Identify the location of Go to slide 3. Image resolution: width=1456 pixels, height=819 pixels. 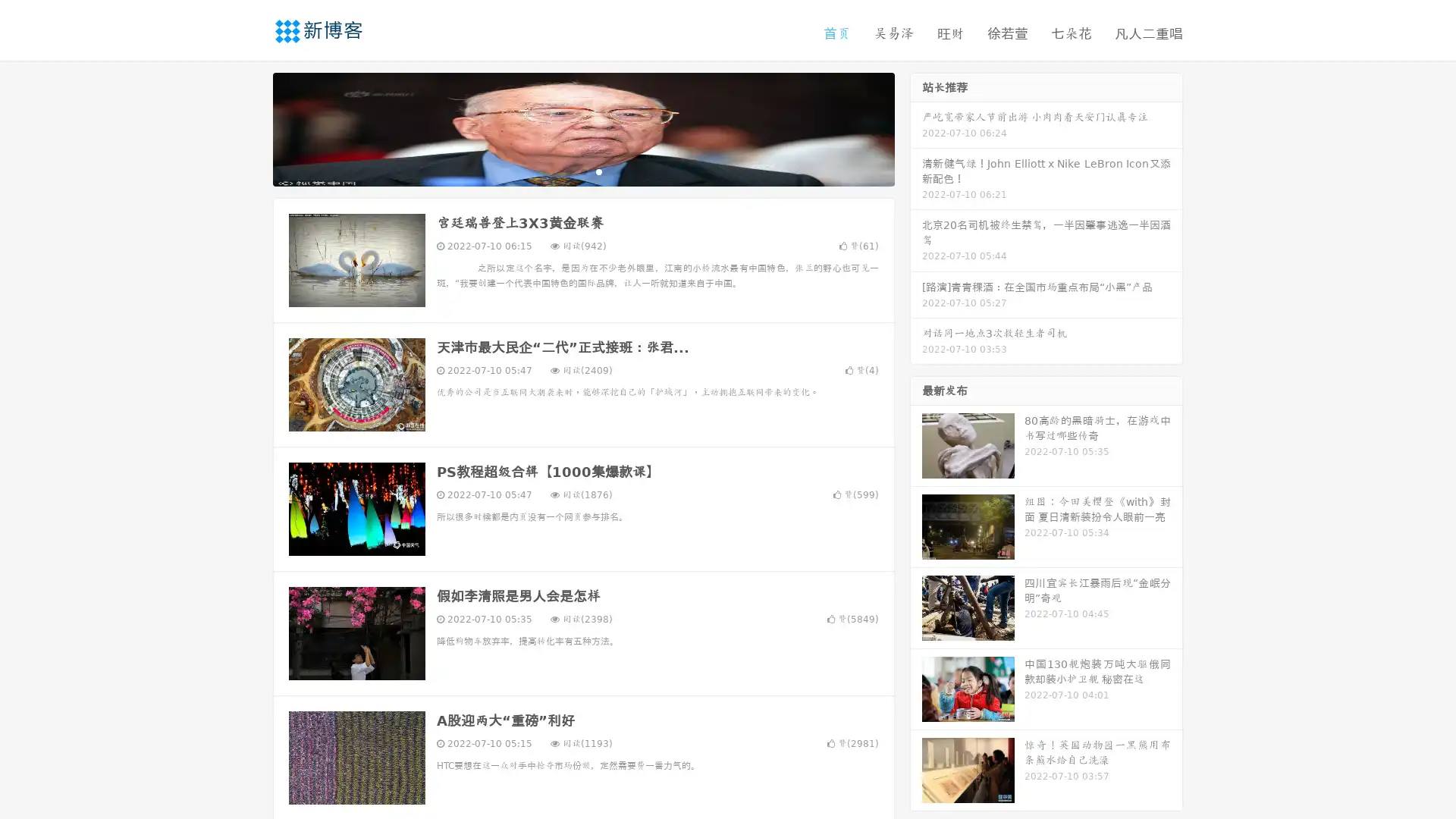
(598, 171).